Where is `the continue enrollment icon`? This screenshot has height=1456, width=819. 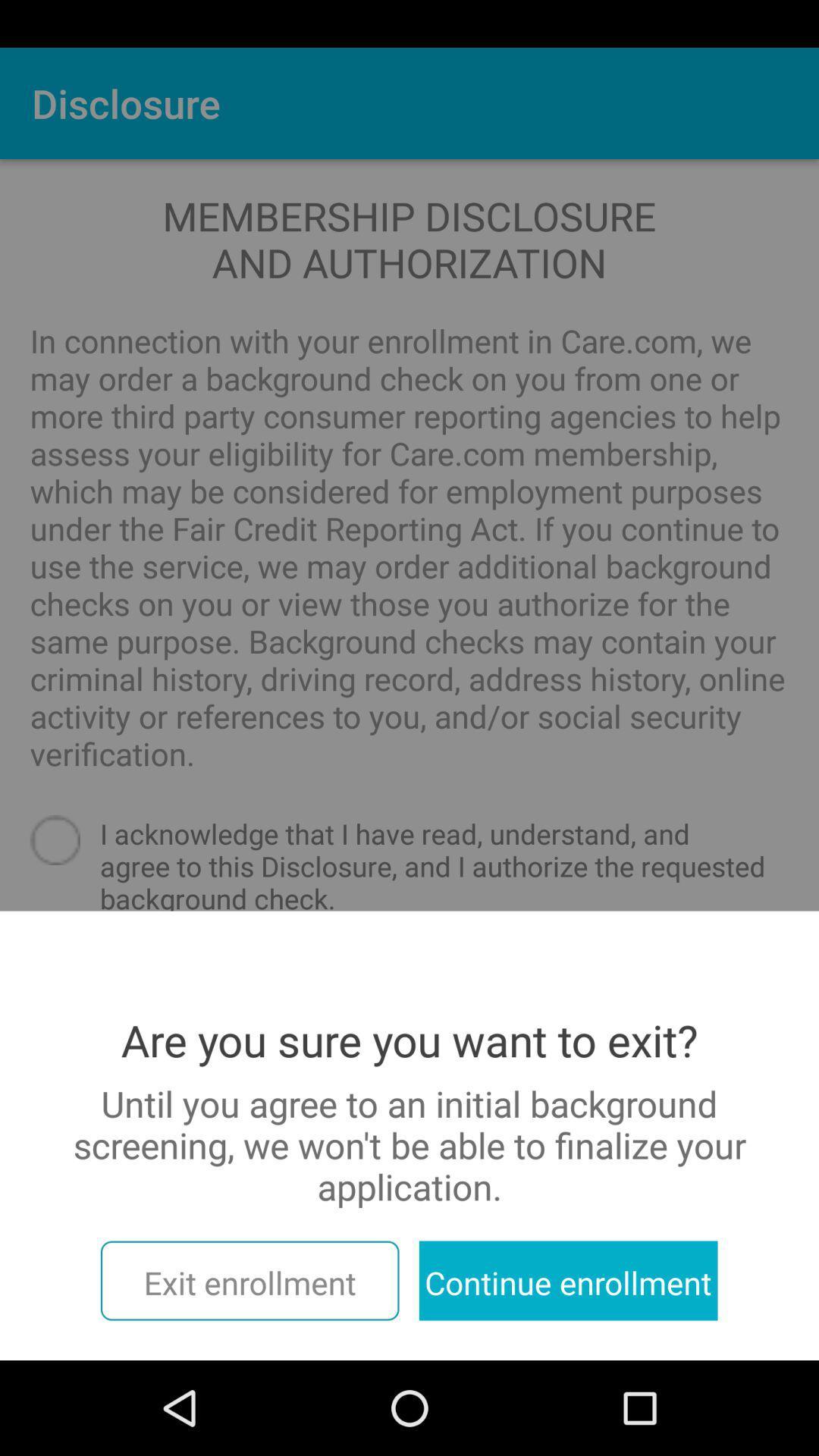 the continue enrollment icon is located at coordinates (568, 1280).